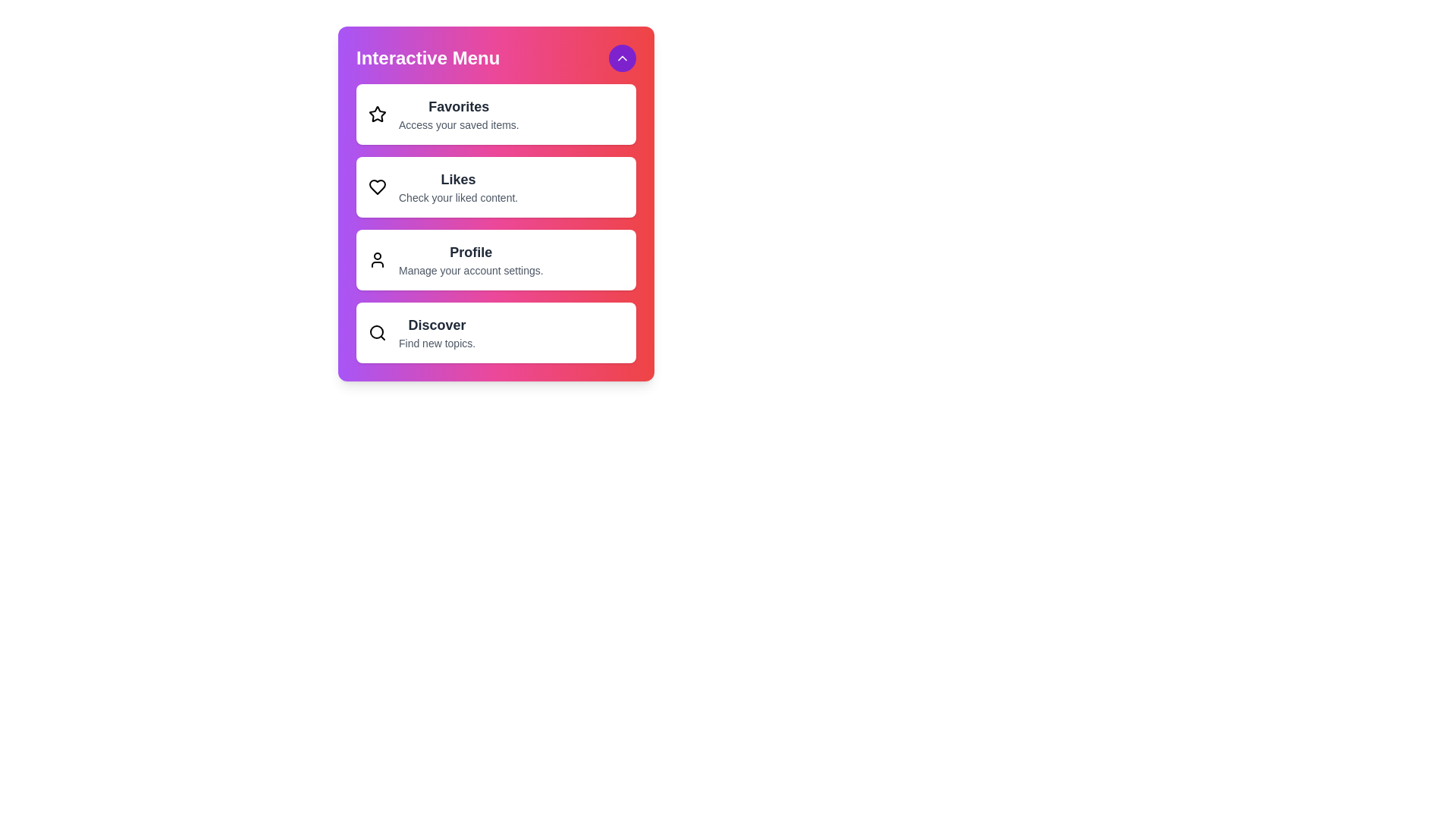  I want to click on the menu item Profile from the interactive menu, so click(496, 259).